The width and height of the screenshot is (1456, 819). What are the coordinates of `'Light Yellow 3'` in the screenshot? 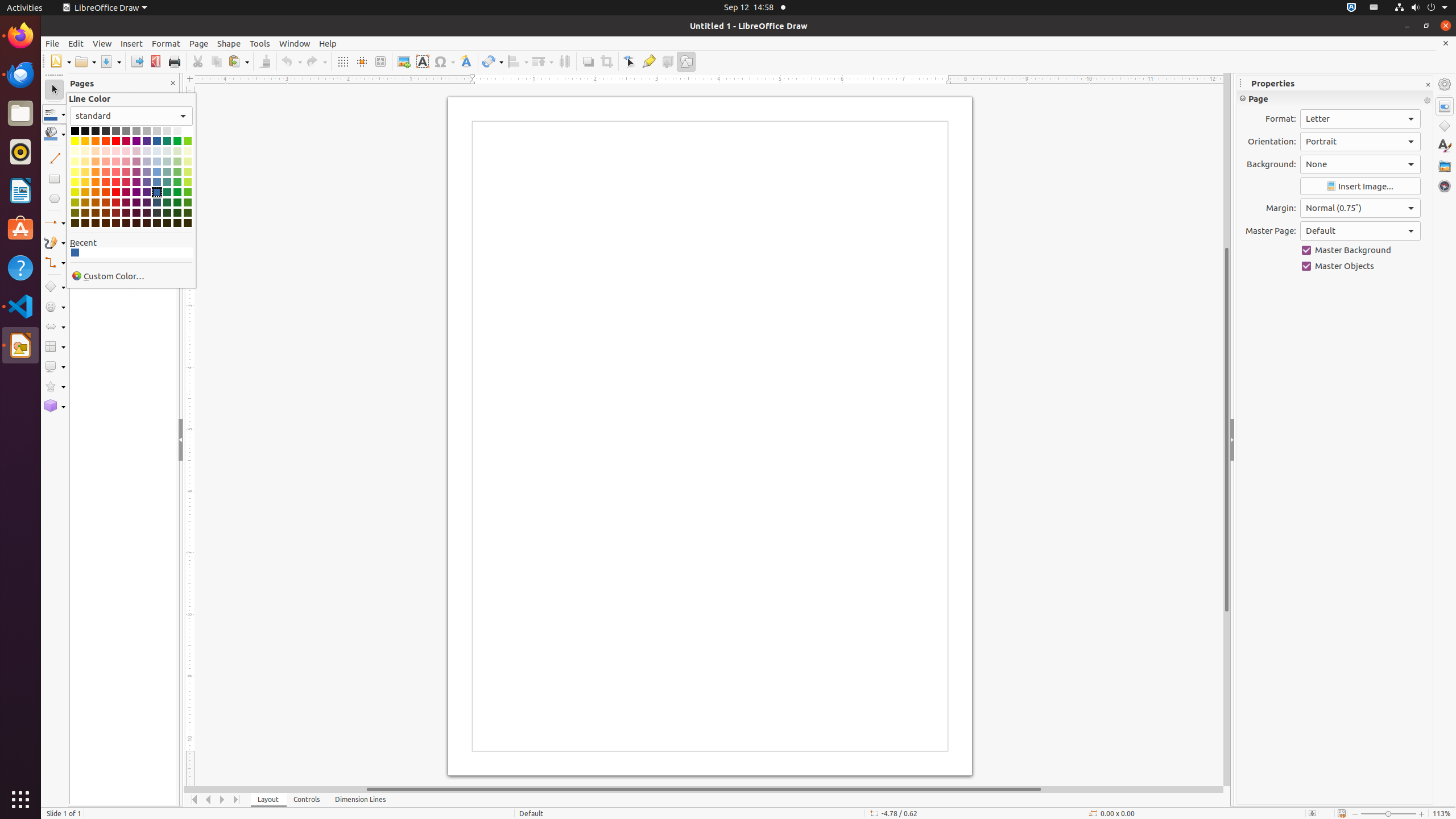 It's located at (75, 161).